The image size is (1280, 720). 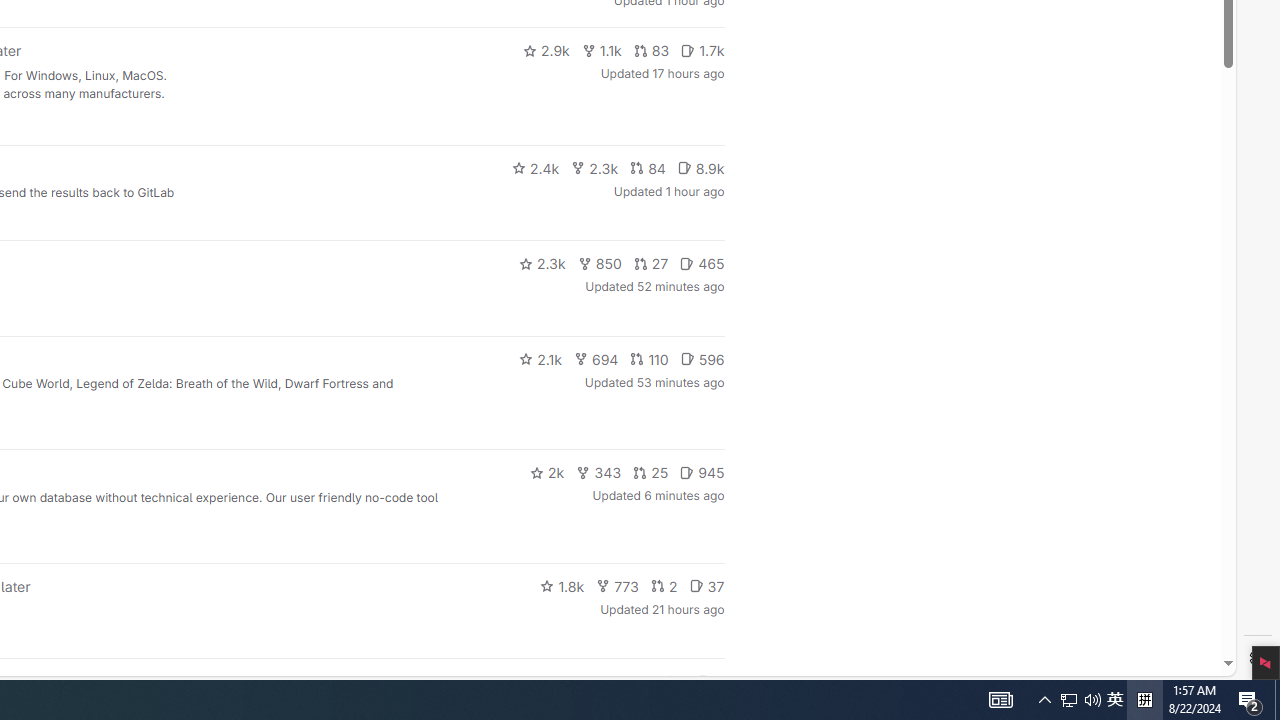 What do you see at coordinates (540, 357) in the screenshot?
I see `'2.1k'` at bounding box center [540, 357].